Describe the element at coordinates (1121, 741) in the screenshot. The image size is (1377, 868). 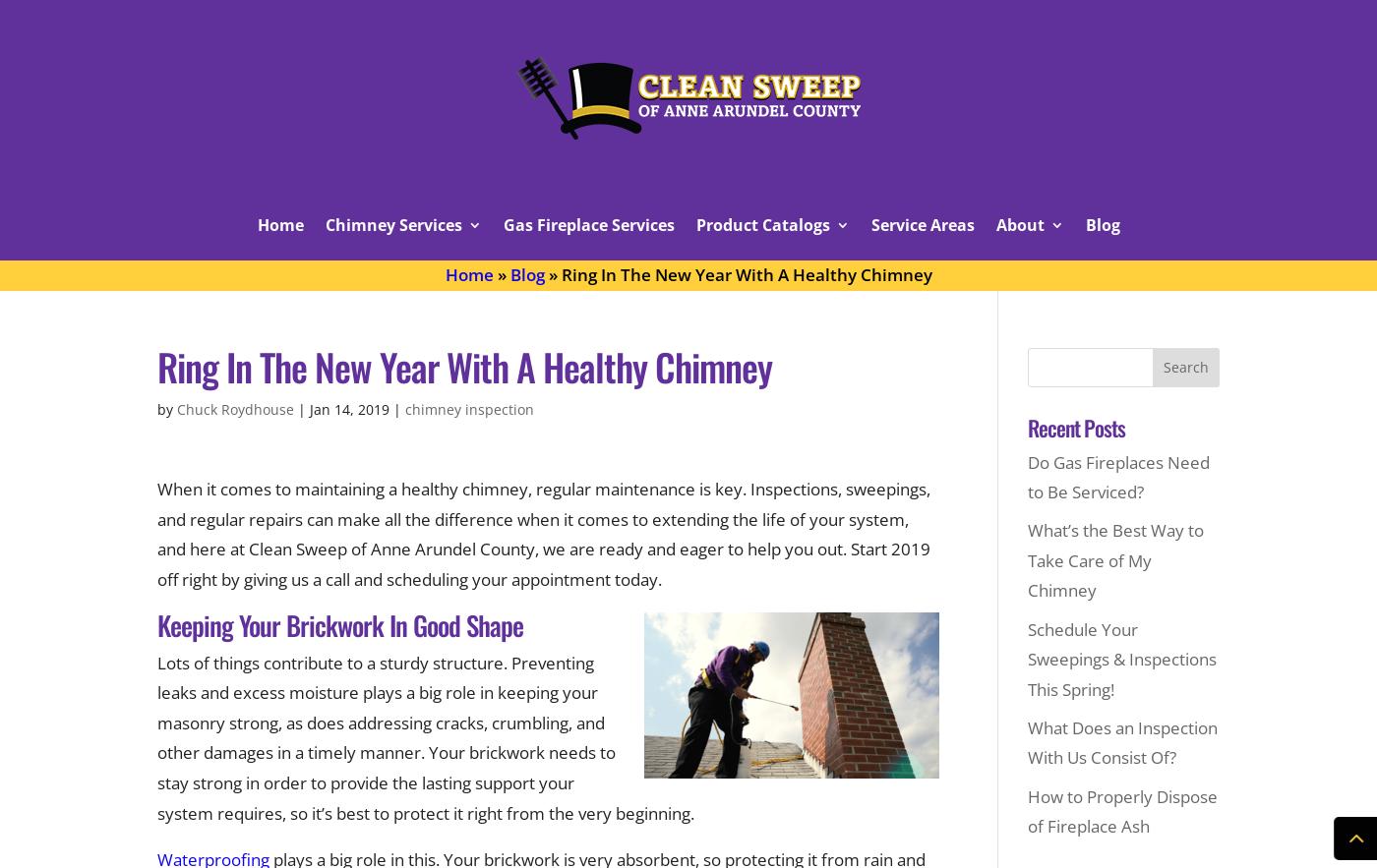
I see `'What Does an Inspection With Us Consist Of?'` at that location.